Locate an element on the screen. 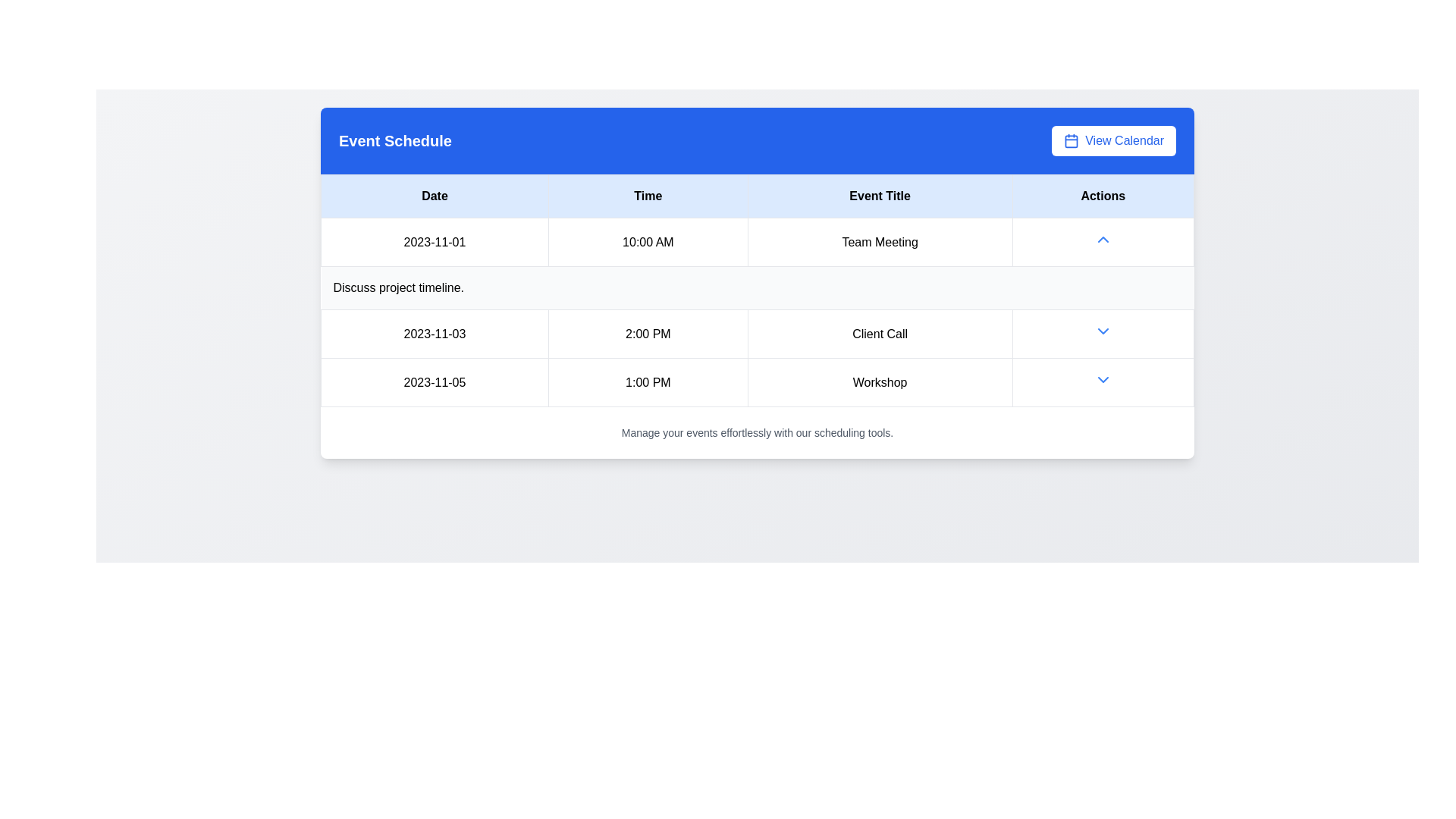  the 'View Calendar' text label, which is styled with blue font color and located next to a small calendar icon in the top right corner of a table header is located at coordinates (1125, 140).